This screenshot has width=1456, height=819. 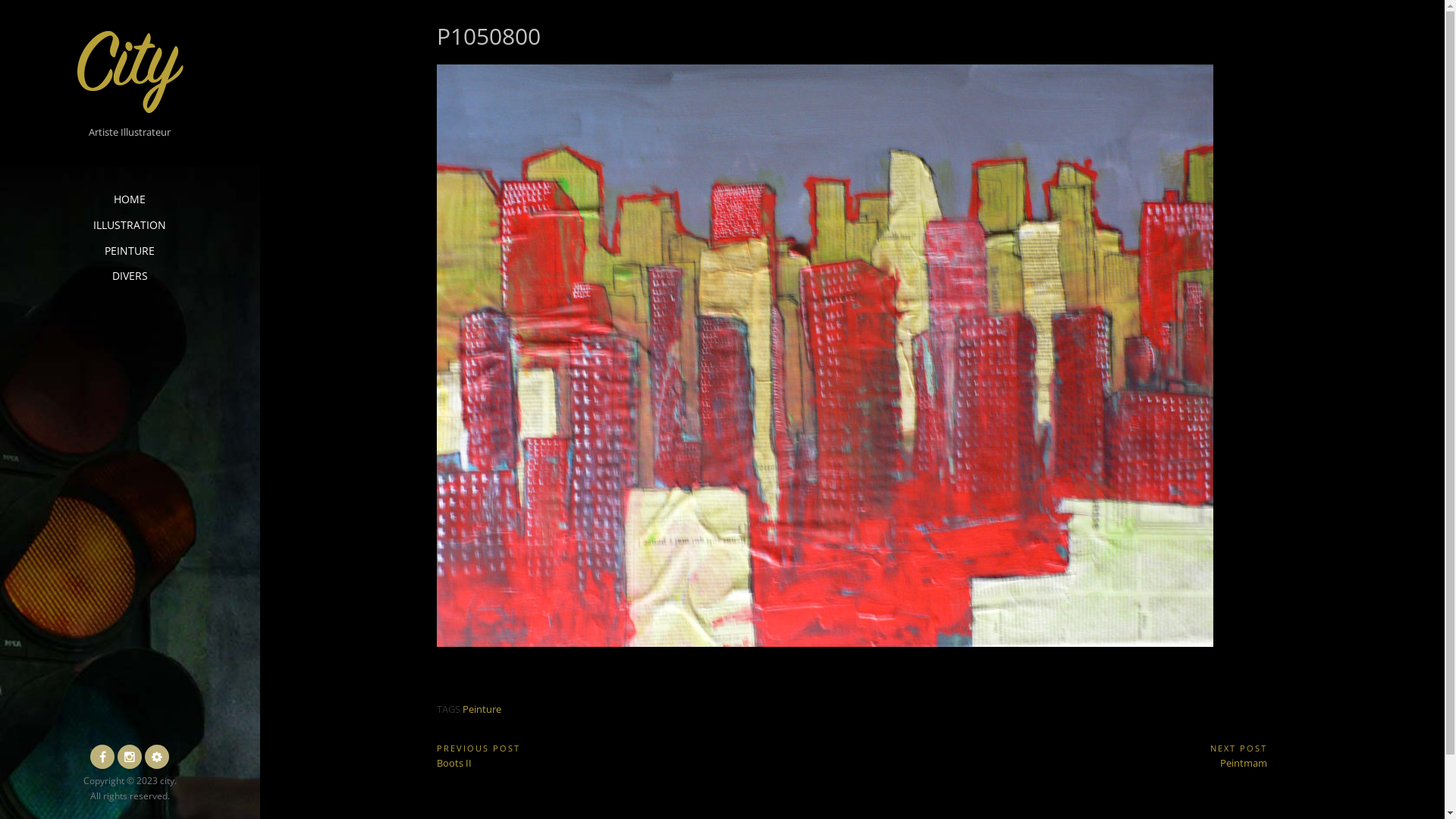 What do you see at coordinates (130, 275) in the screenshot?
I see `'DIVERS'` at bounding box center [130, 275].